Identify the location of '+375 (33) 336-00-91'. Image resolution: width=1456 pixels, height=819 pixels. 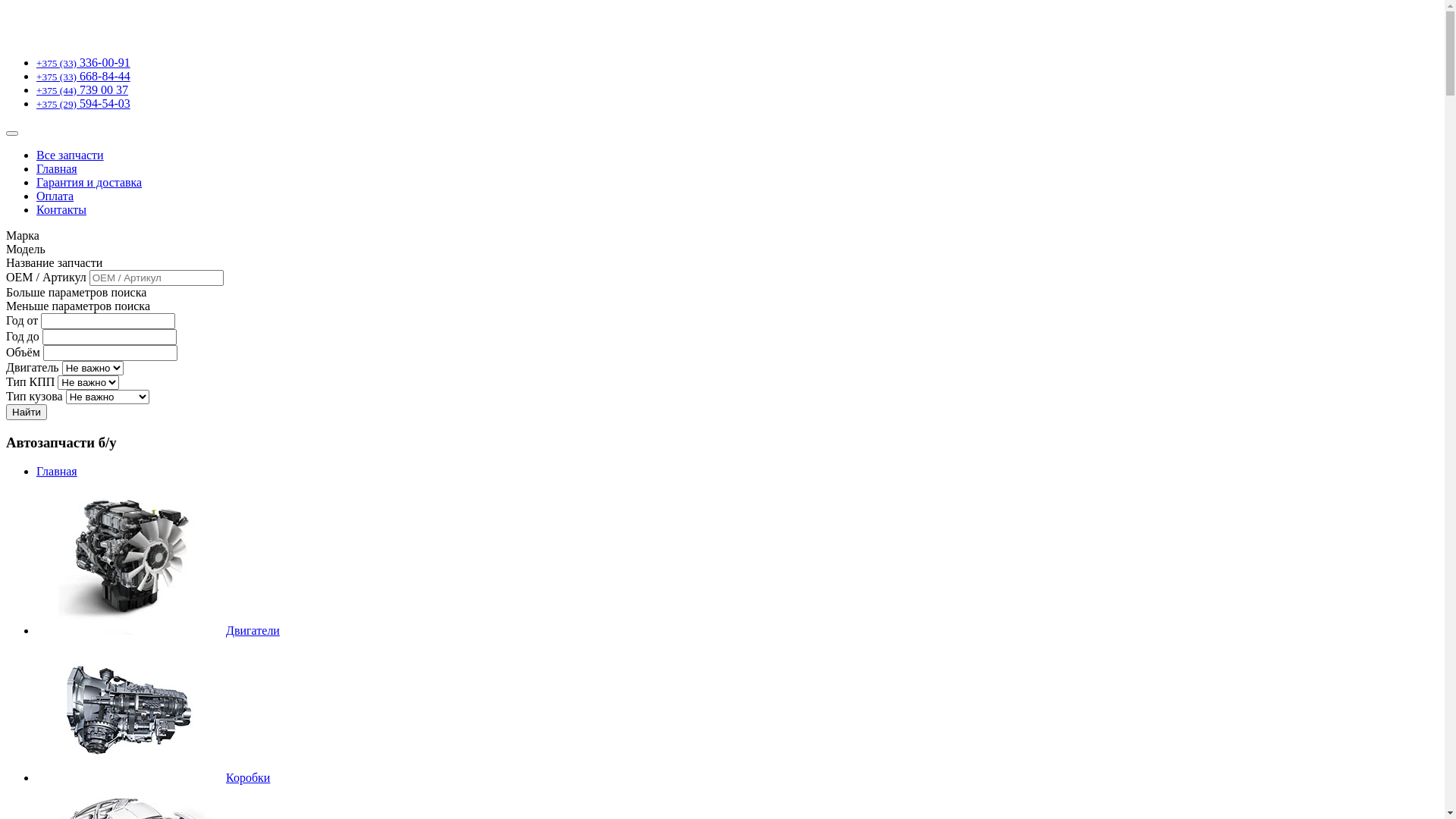
(83, 61).